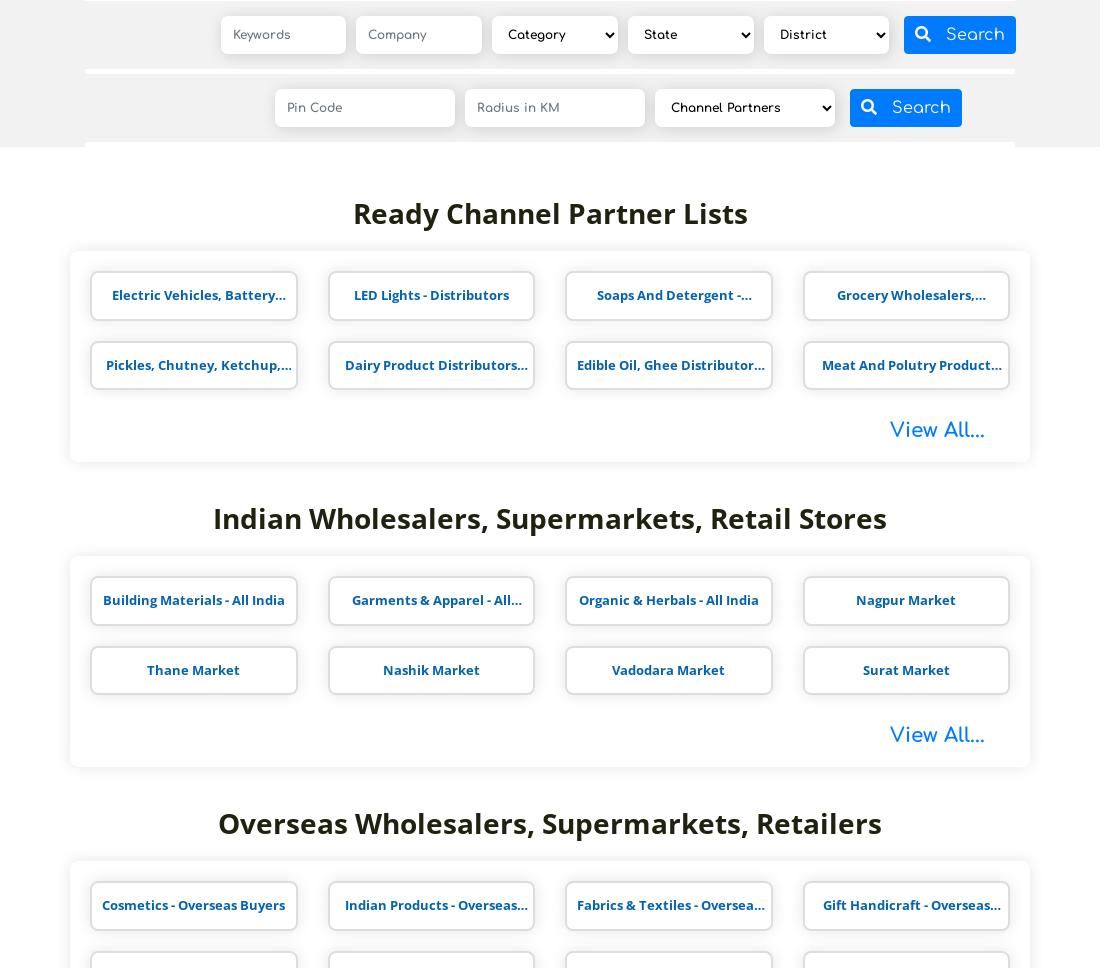 This screenshot has height=968, width=1115. What do you see at coordinates (216, 822) in the screenshot?
I see `'Overseas Wholesalers, Supermarkets, Retailers'` at bounding box center [216, 822].